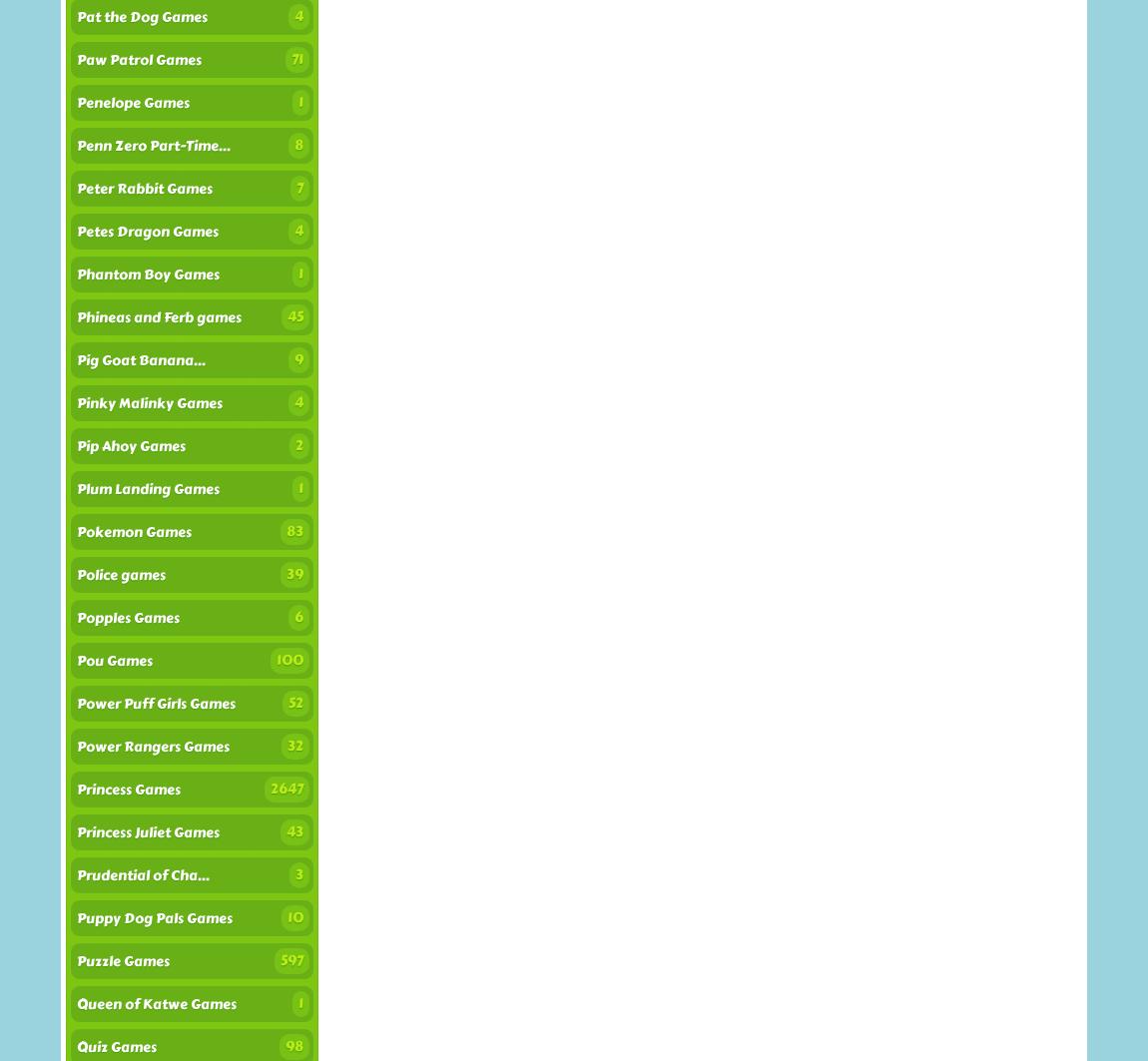  Describe the element at coordinates (76, 274) in the screenshot. I see `'Phantom Boy Games'` at that location.